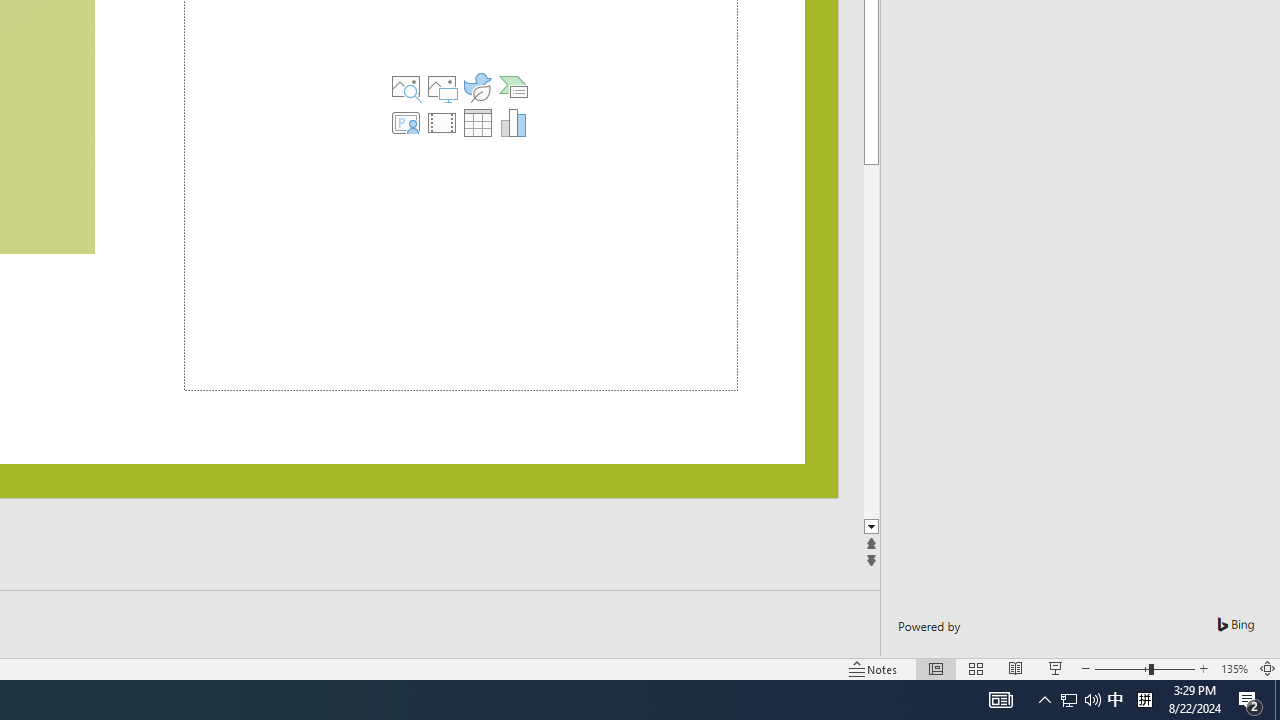 The height and width of the screenshot is (720, 1280). What do you see at coordinates (513, 86) in the screenshot?
I see `'Insert a SmartArt Graphic'` at bounding box center [513, 86].